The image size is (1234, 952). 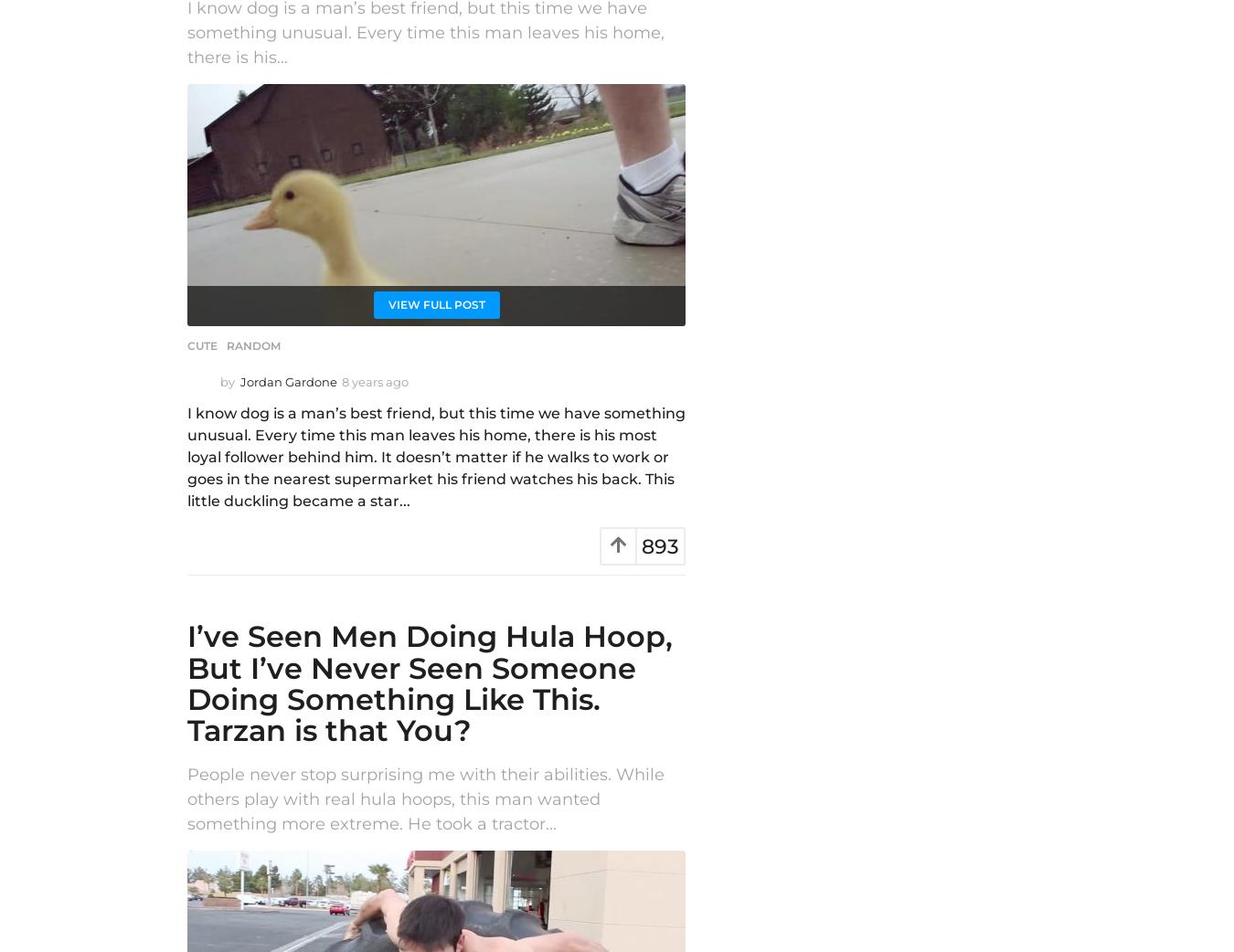 I want to click on 'People never stop surprising me with their abilities. While others play with real hula hoops, this man wanted something more extreme. He took a tractor...', so click(x=425, y=798).